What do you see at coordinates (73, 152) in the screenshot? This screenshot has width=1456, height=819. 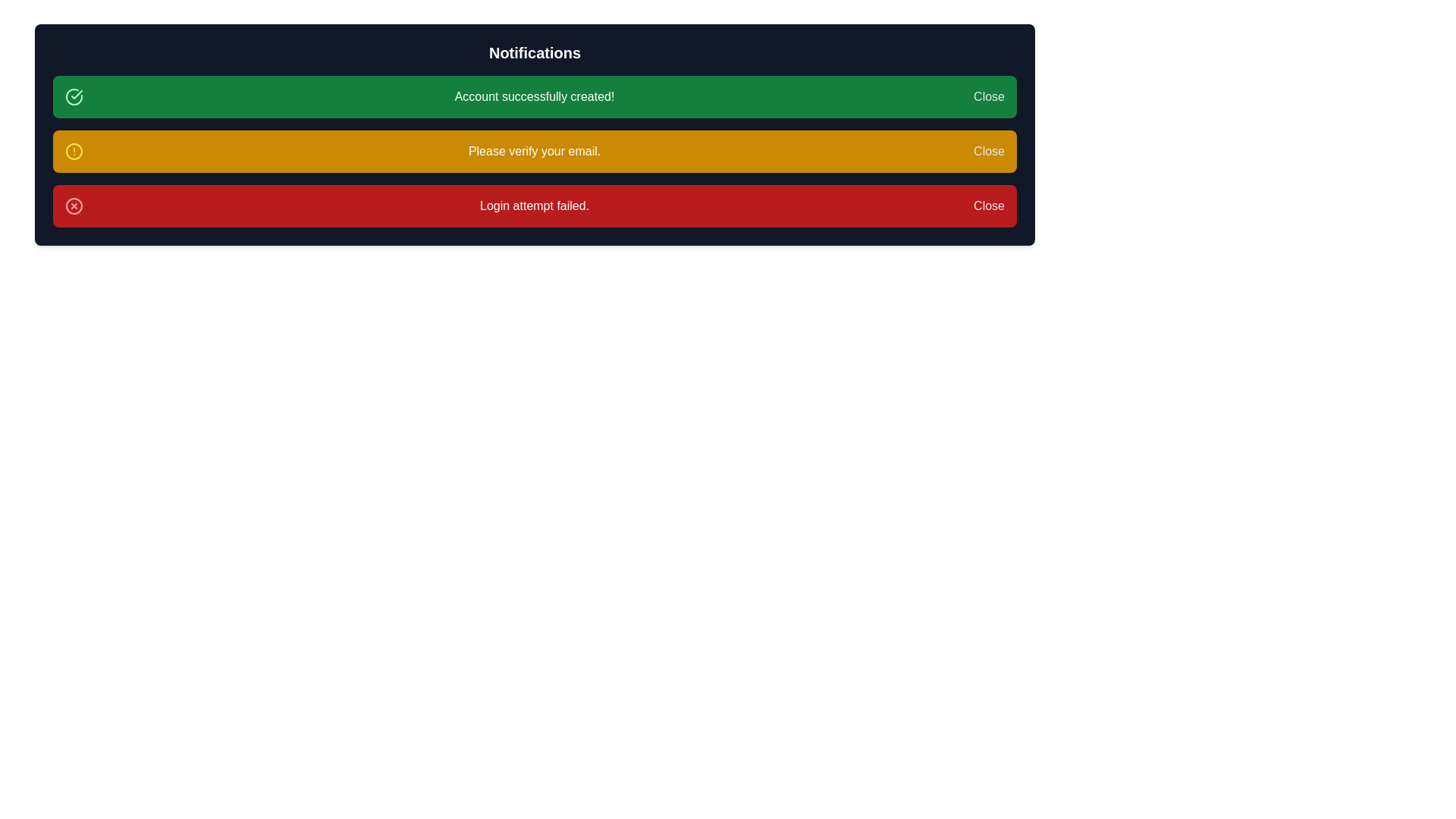 I see `the SVG Circle located in the yellow notification bar, which serves as the circular base of a warning symbol, positioned to the left of the text 'Please verify your email.'` at bounding box center [73, 152].